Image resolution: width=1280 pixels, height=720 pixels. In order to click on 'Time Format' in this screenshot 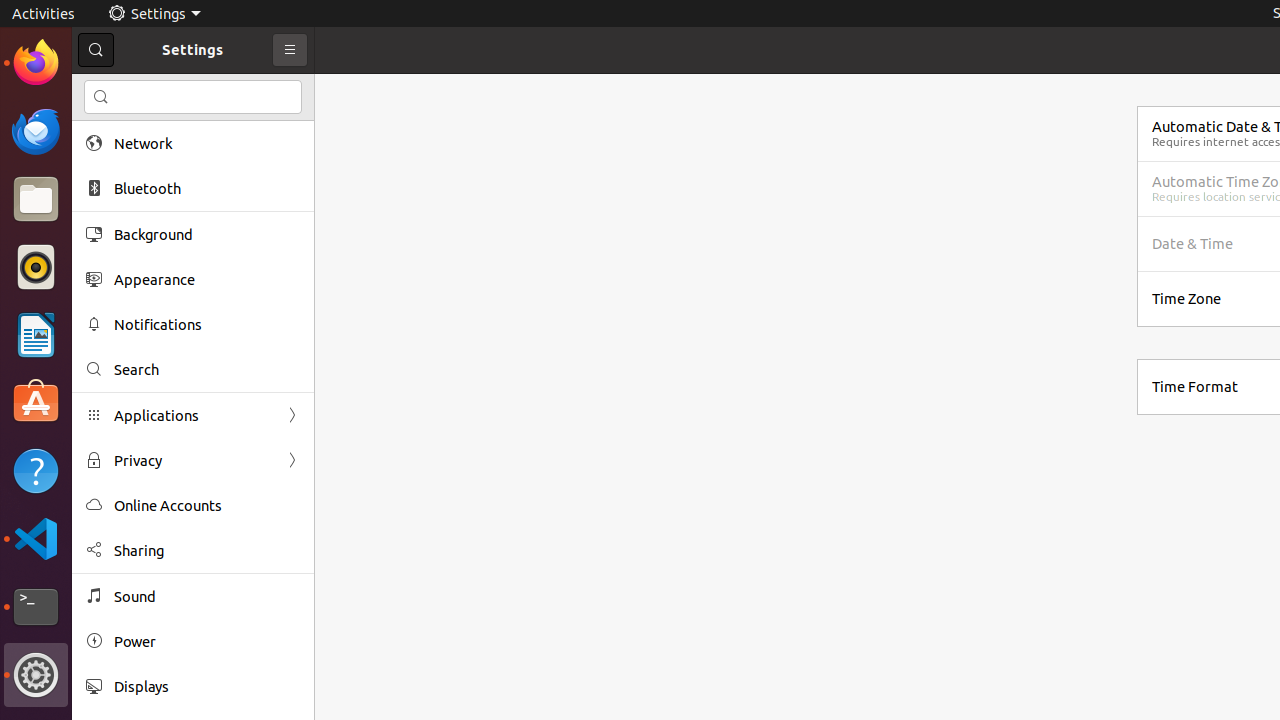, I will do `click(1195, 386)`.